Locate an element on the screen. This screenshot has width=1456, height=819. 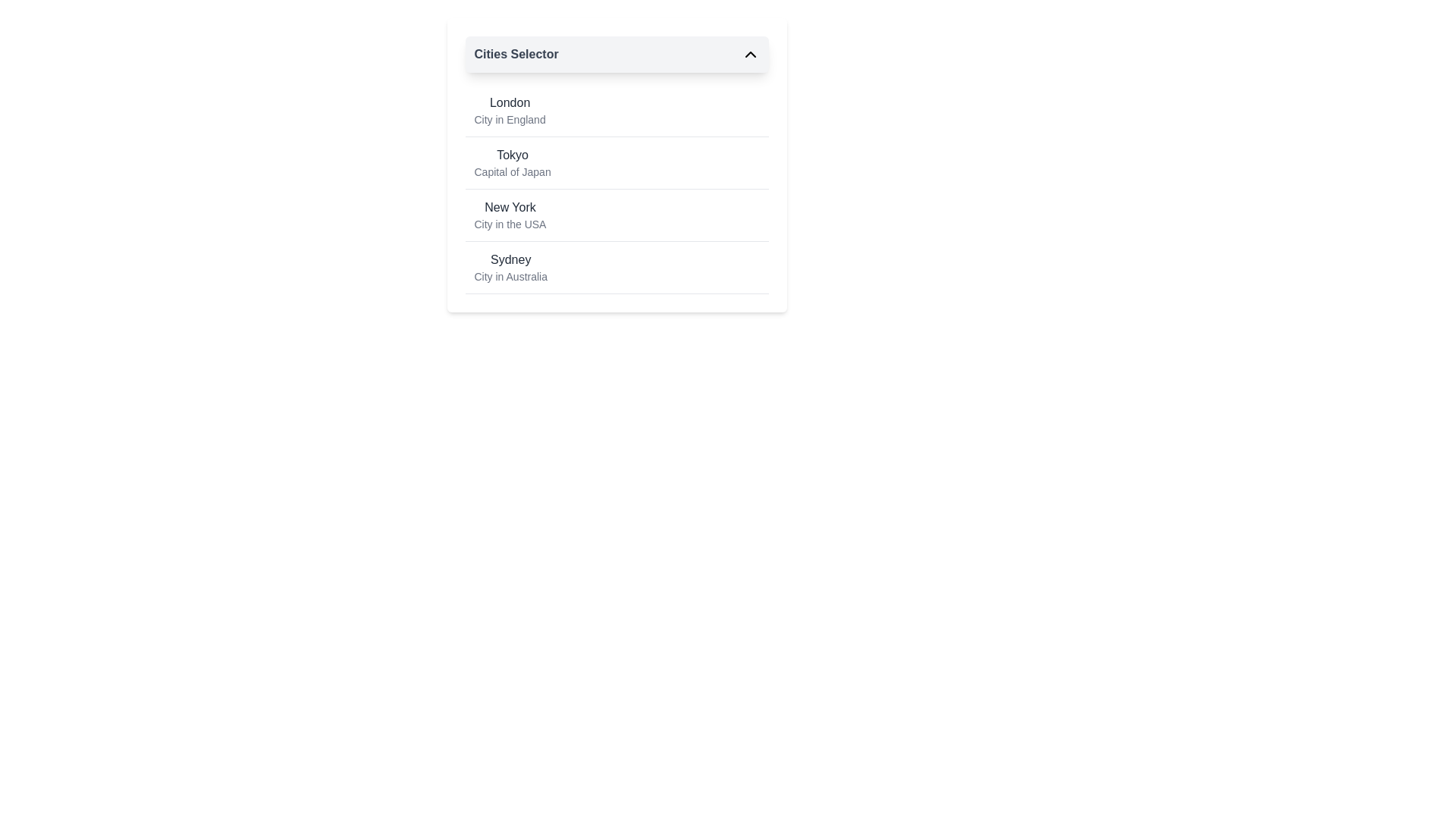
the selectable list item for 'Tokyo' in the drop-down menu is located at coordinates (617, 165).